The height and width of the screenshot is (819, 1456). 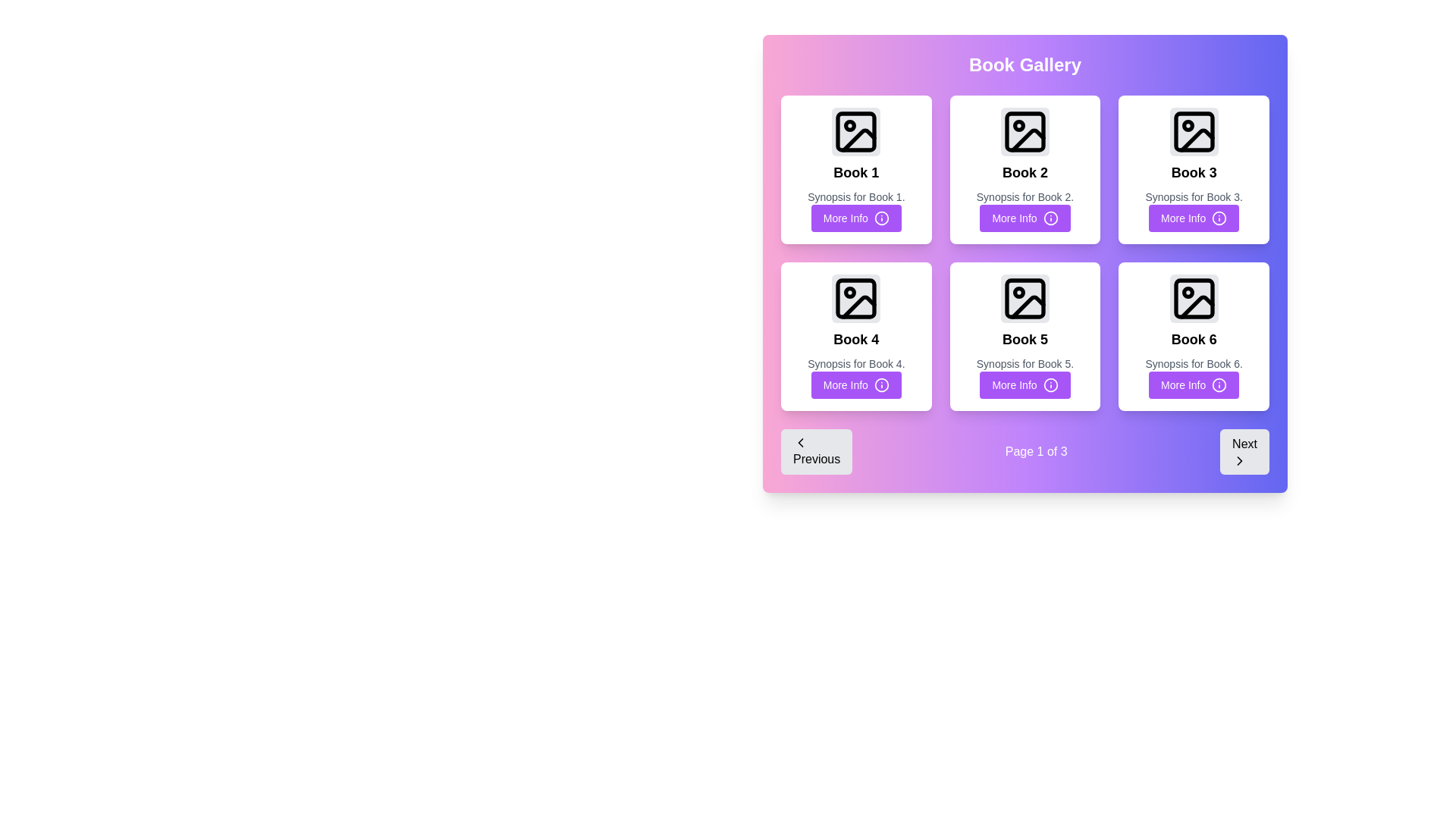 I want to click on the decorative graphic within the 'Book 2' icon, which is a triangular pattern enclosed in a rounded square icon in the second row of the grid layout, so click(x=1028, y=140).